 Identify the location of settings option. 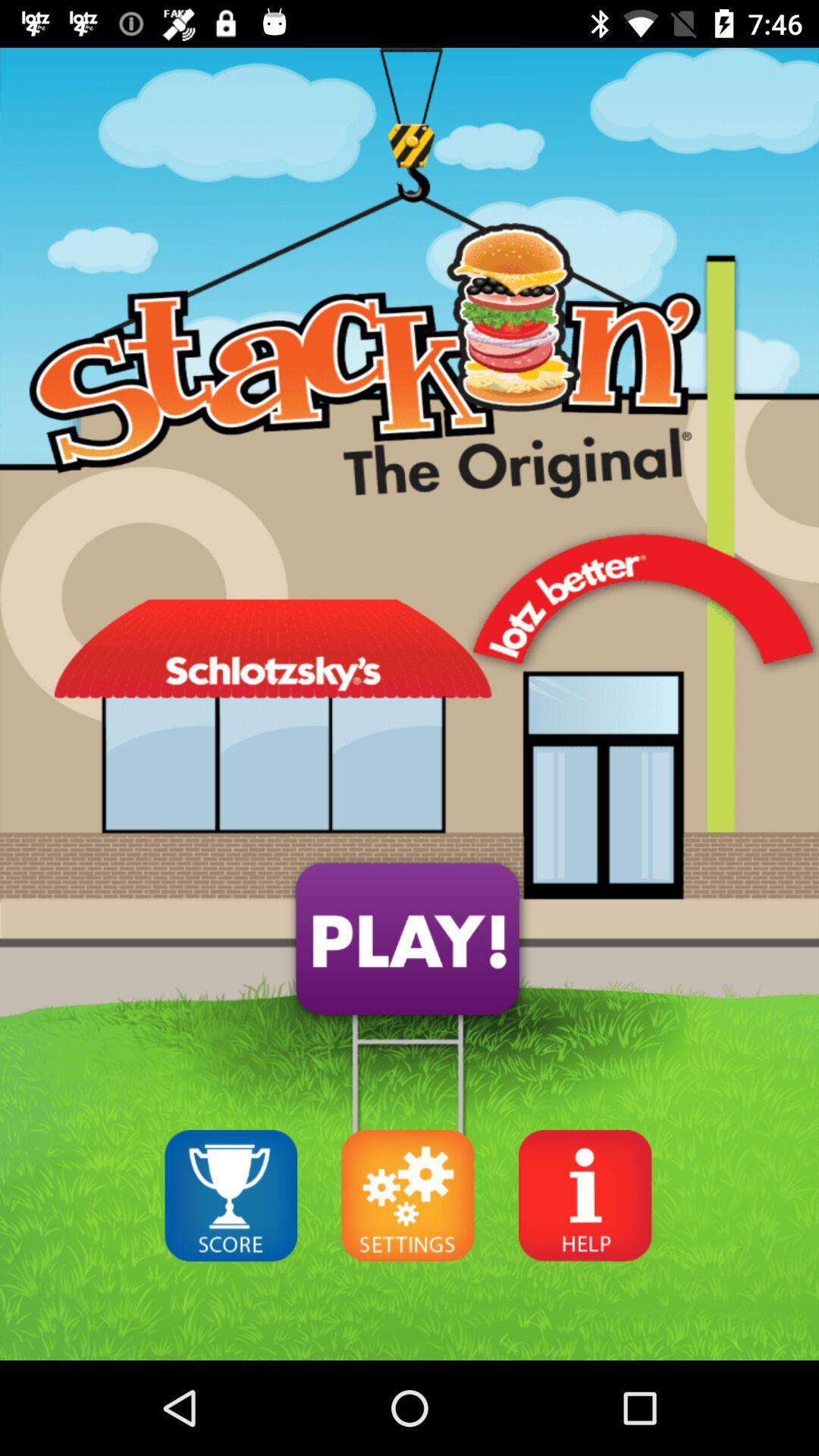
(407, 1194).